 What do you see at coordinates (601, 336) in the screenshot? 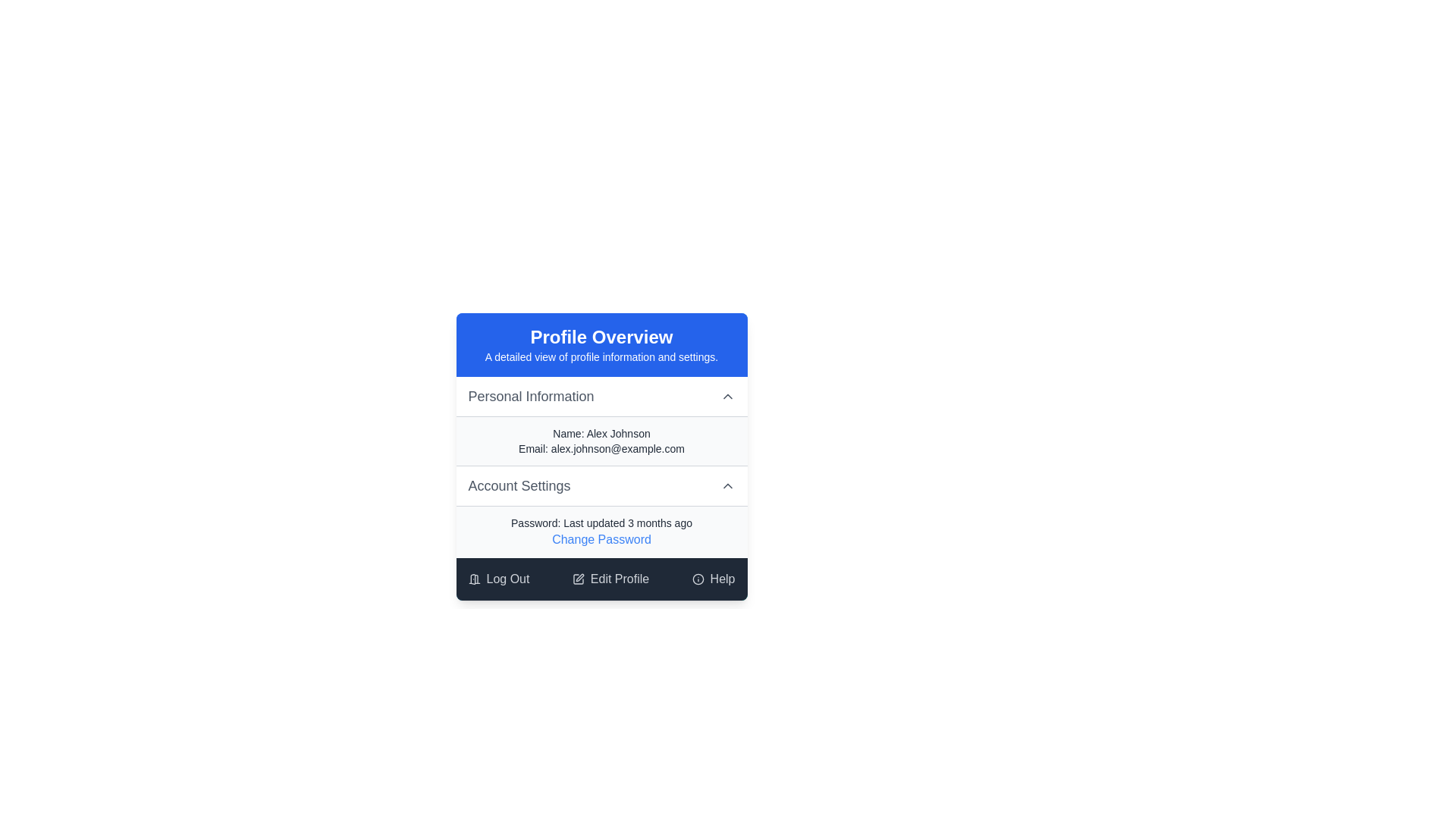
I see `the title text 'Profile Overview' which is styled with a bold font and large size, located at the top center of a blue rectangular section` at bounding box center [601, 336].